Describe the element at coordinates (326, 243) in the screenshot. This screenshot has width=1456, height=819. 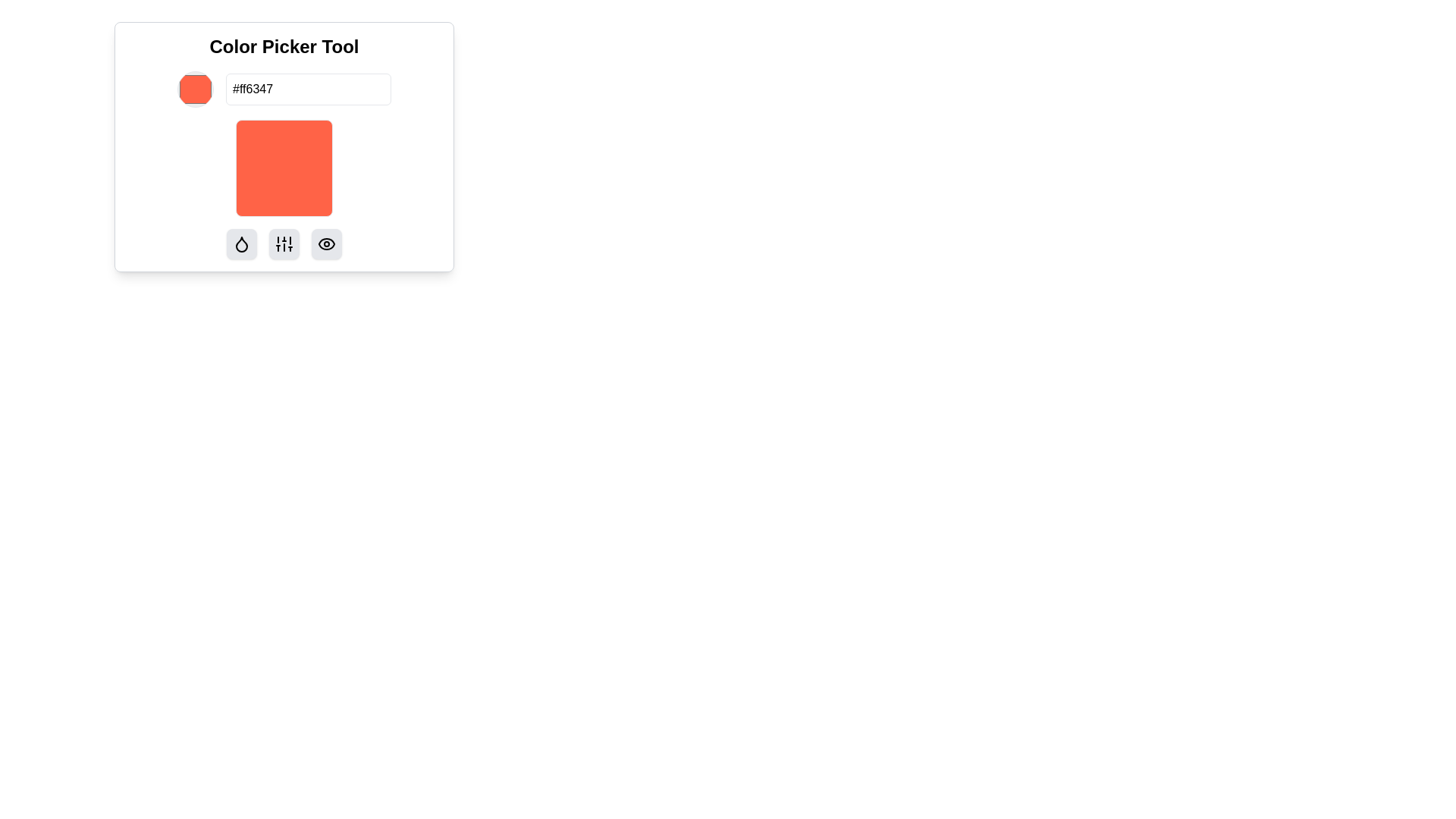
I see `the third button in the horizontal group of buttons at the bottom-right corner of the color picker tool interface` at that location.